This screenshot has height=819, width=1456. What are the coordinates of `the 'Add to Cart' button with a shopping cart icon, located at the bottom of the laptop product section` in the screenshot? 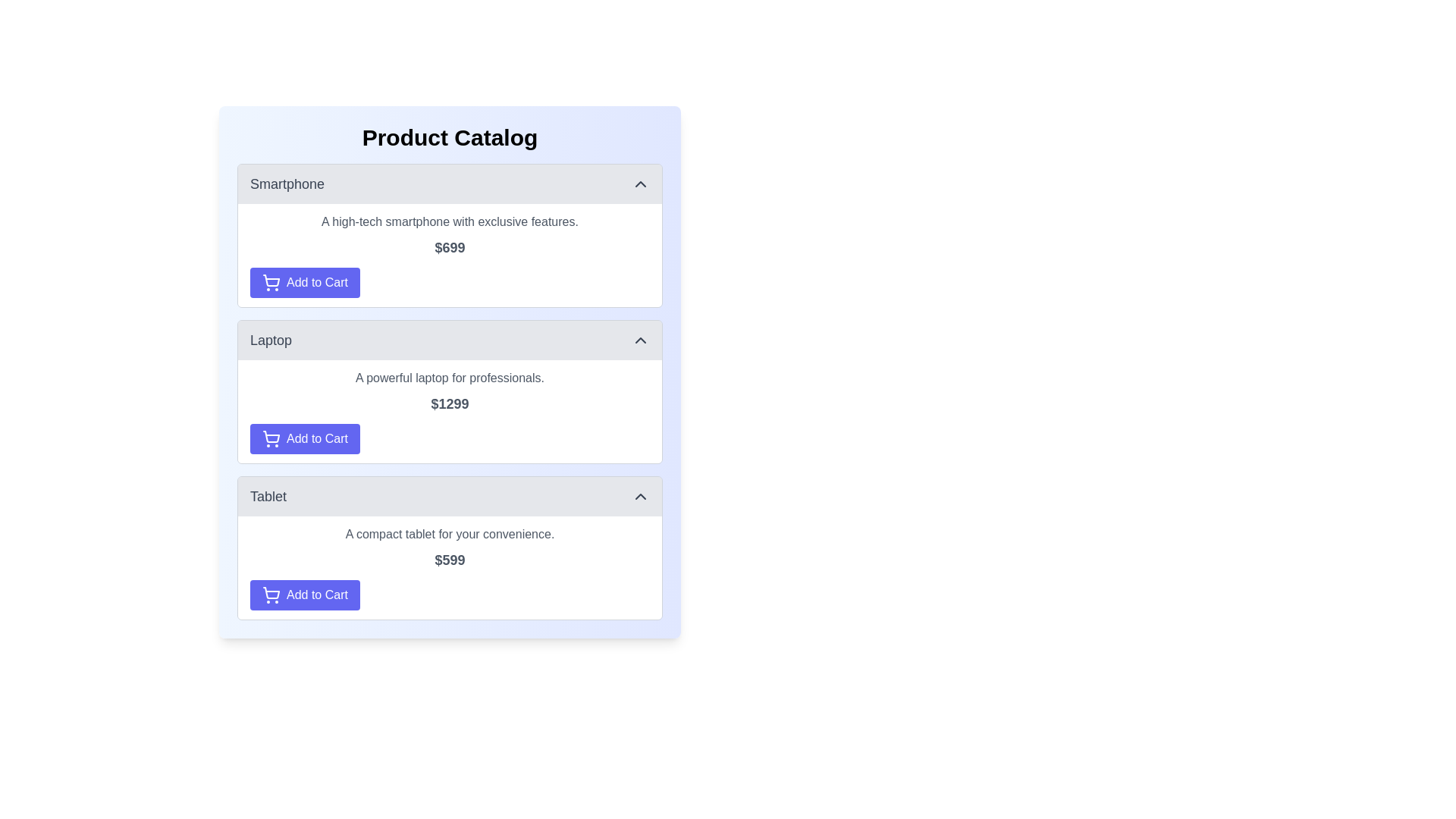 It's located at (304, 438).